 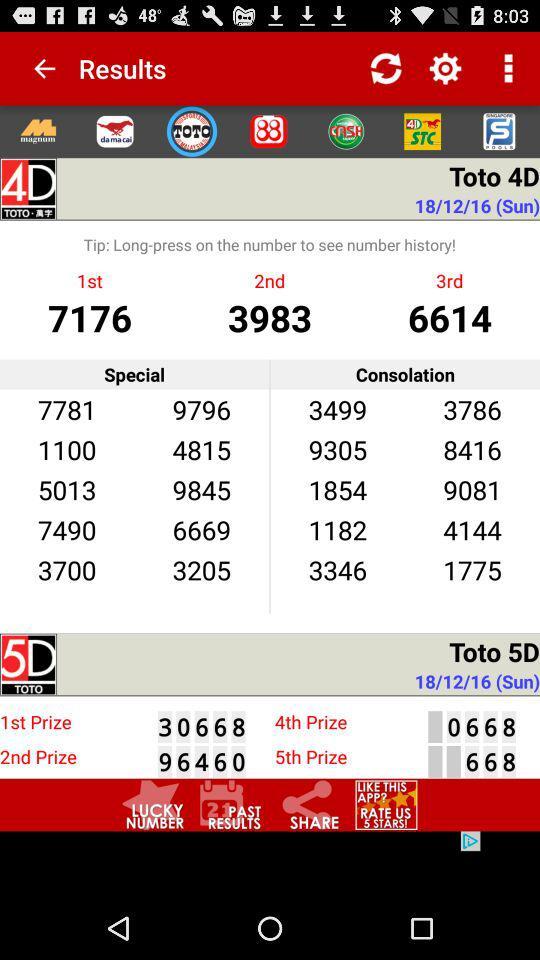 I want to click on icon to the left of the results app, so click(x=36, y=68).